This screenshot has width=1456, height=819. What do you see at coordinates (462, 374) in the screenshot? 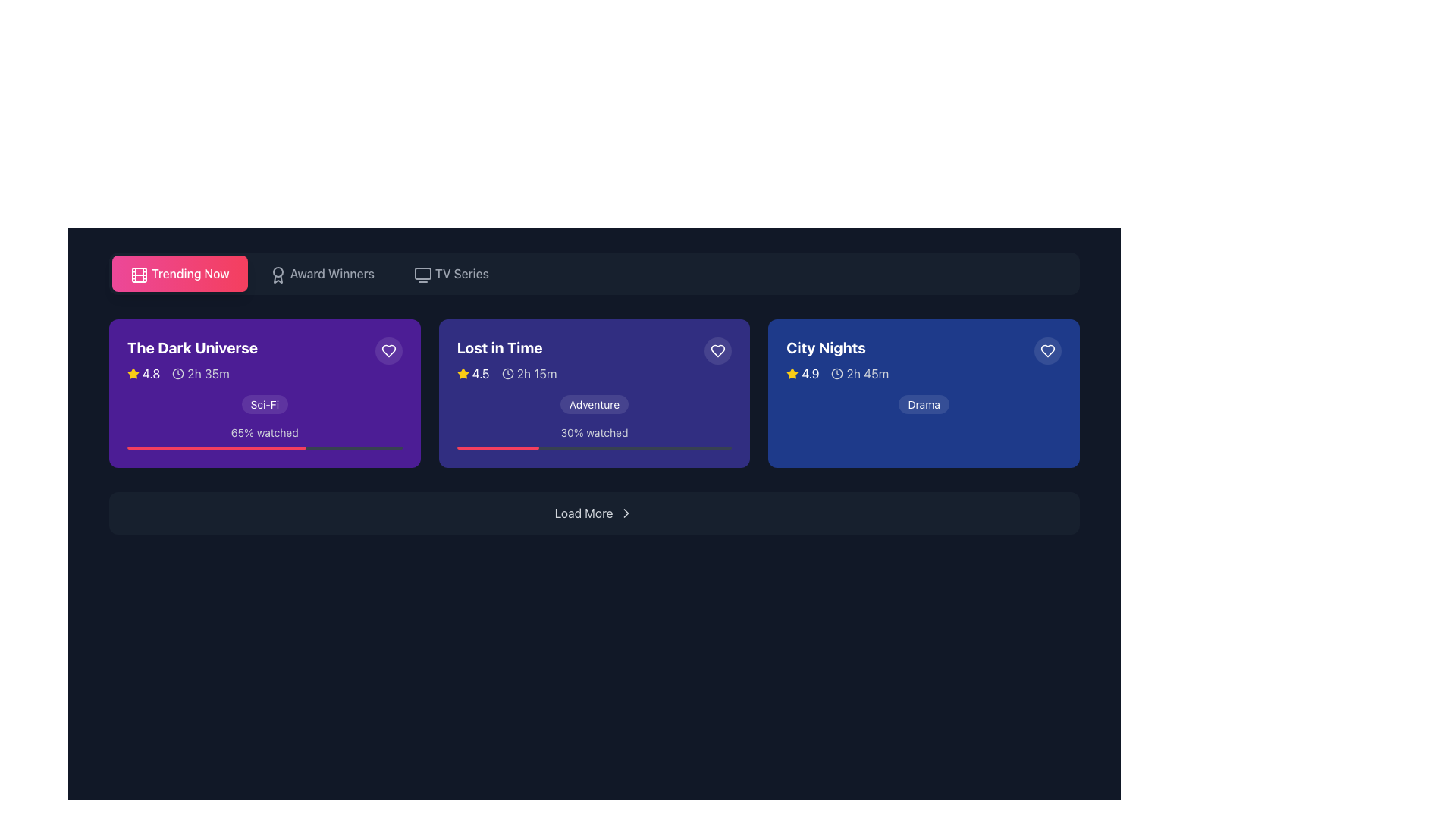
I see `the Star icon indicating the rating system for the 'Lost in Time' card, positioned before the text '4.5'` at bounding box center [462, 374].